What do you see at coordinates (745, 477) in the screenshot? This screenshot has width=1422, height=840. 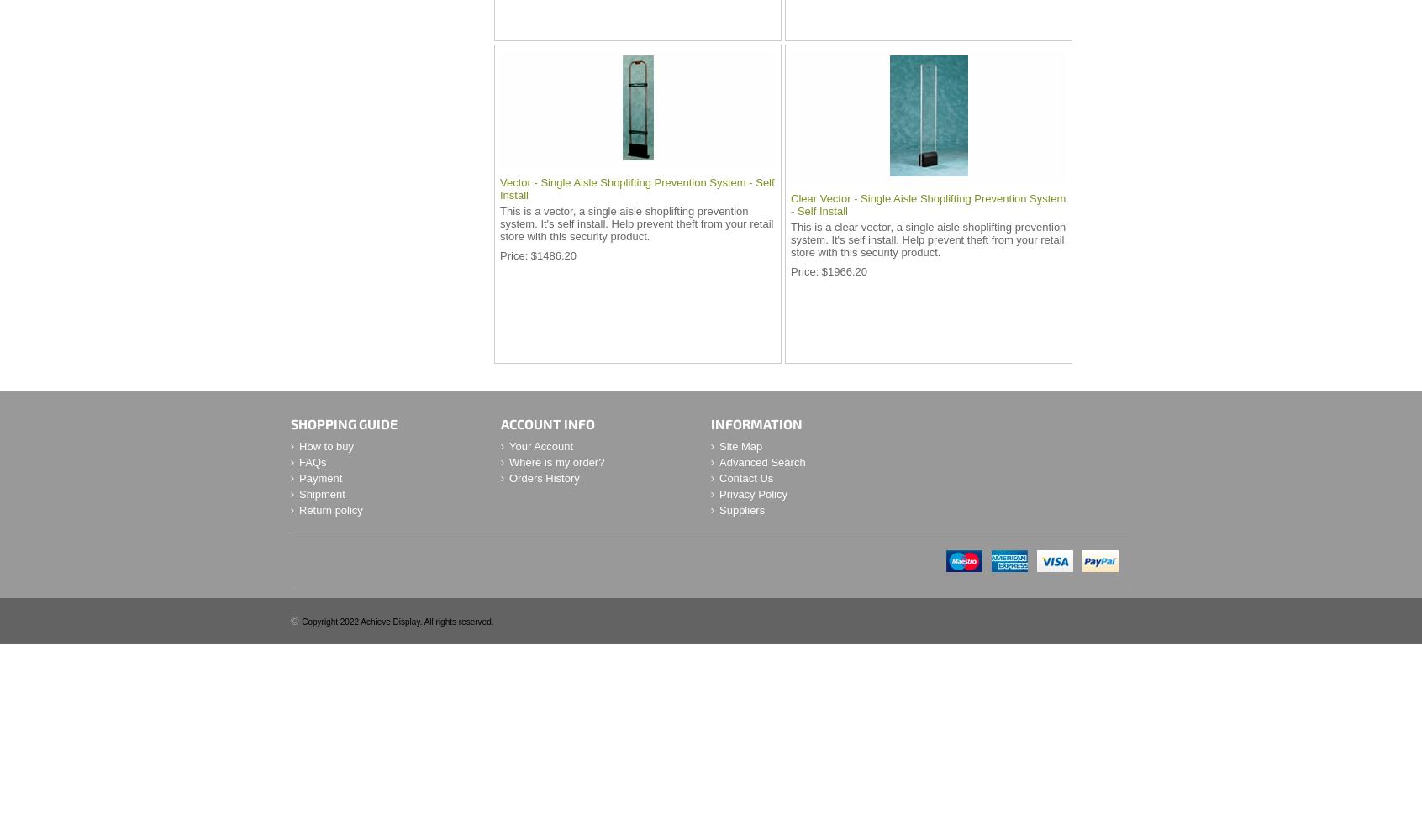 I see `'Contact Us'` at bounding box center [745, 477].